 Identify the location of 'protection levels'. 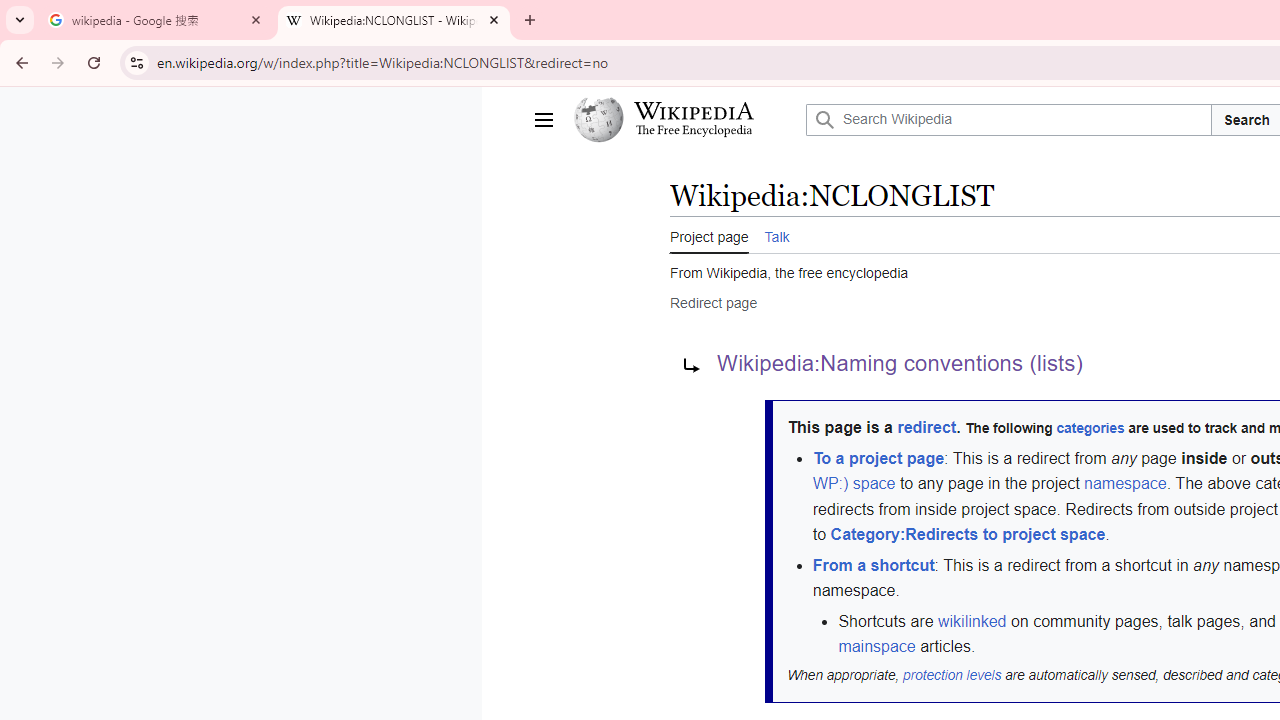
(951, 675).